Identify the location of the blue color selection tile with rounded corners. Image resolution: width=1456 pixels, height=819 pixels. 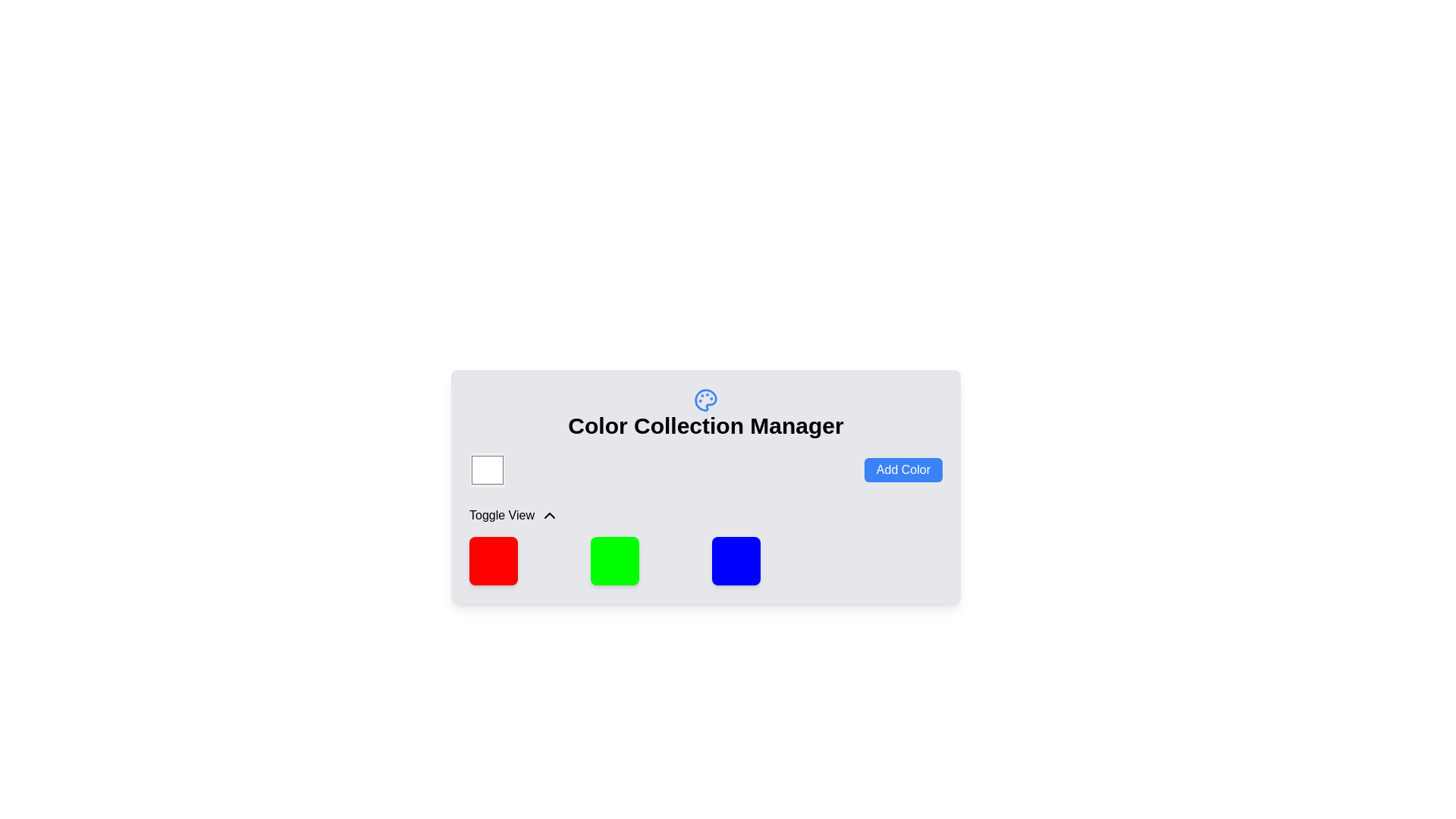
(736, 561).